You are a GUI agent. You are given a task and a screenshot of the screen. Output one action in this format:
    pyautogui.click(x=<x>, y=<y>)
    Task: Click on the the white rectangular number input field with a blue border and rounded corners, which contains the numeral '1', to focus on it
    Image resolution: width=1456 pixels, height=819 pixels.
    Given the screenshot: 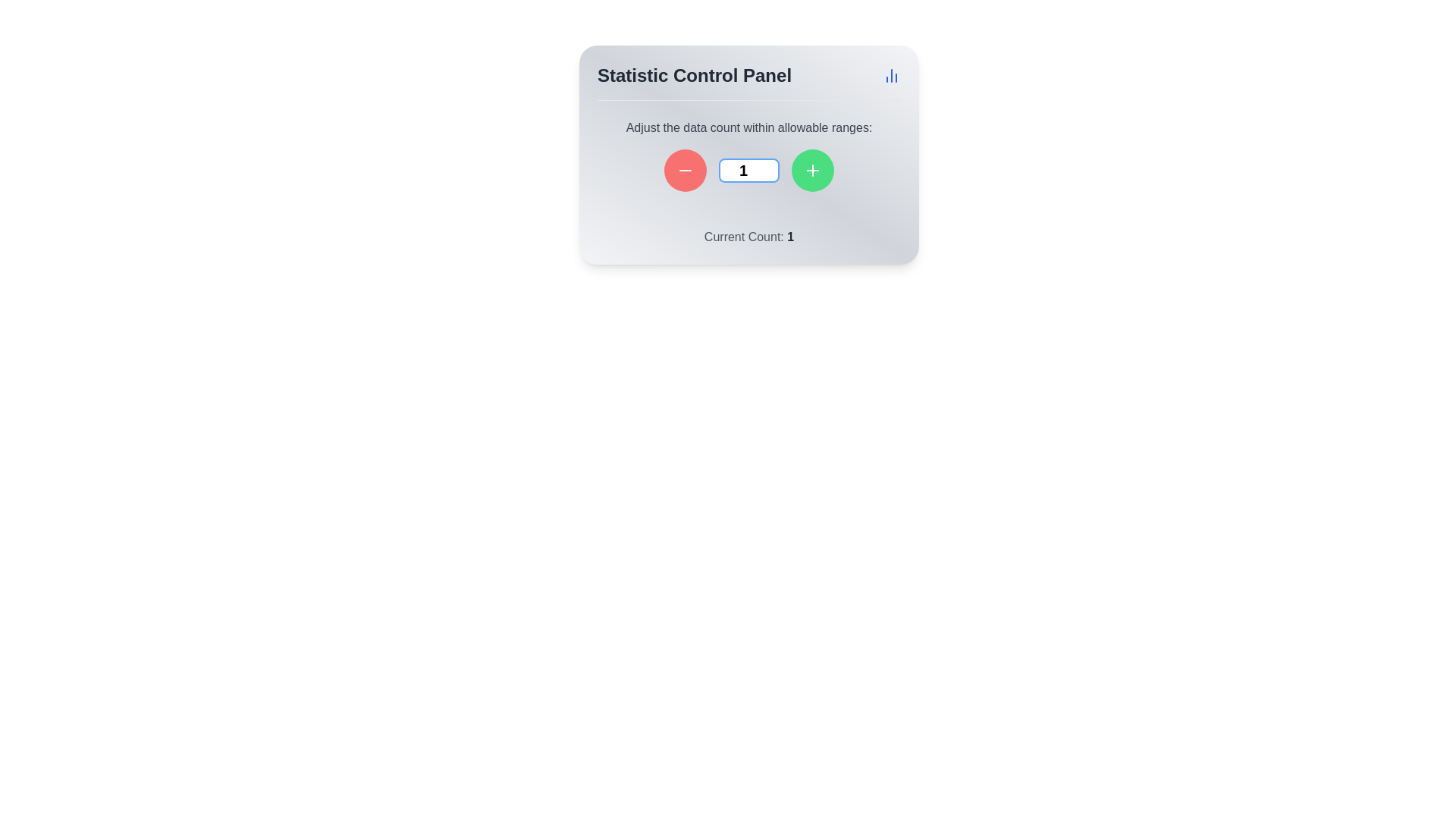 What is the action you would take?
    pyautogui.click(x=749, y=170)
    